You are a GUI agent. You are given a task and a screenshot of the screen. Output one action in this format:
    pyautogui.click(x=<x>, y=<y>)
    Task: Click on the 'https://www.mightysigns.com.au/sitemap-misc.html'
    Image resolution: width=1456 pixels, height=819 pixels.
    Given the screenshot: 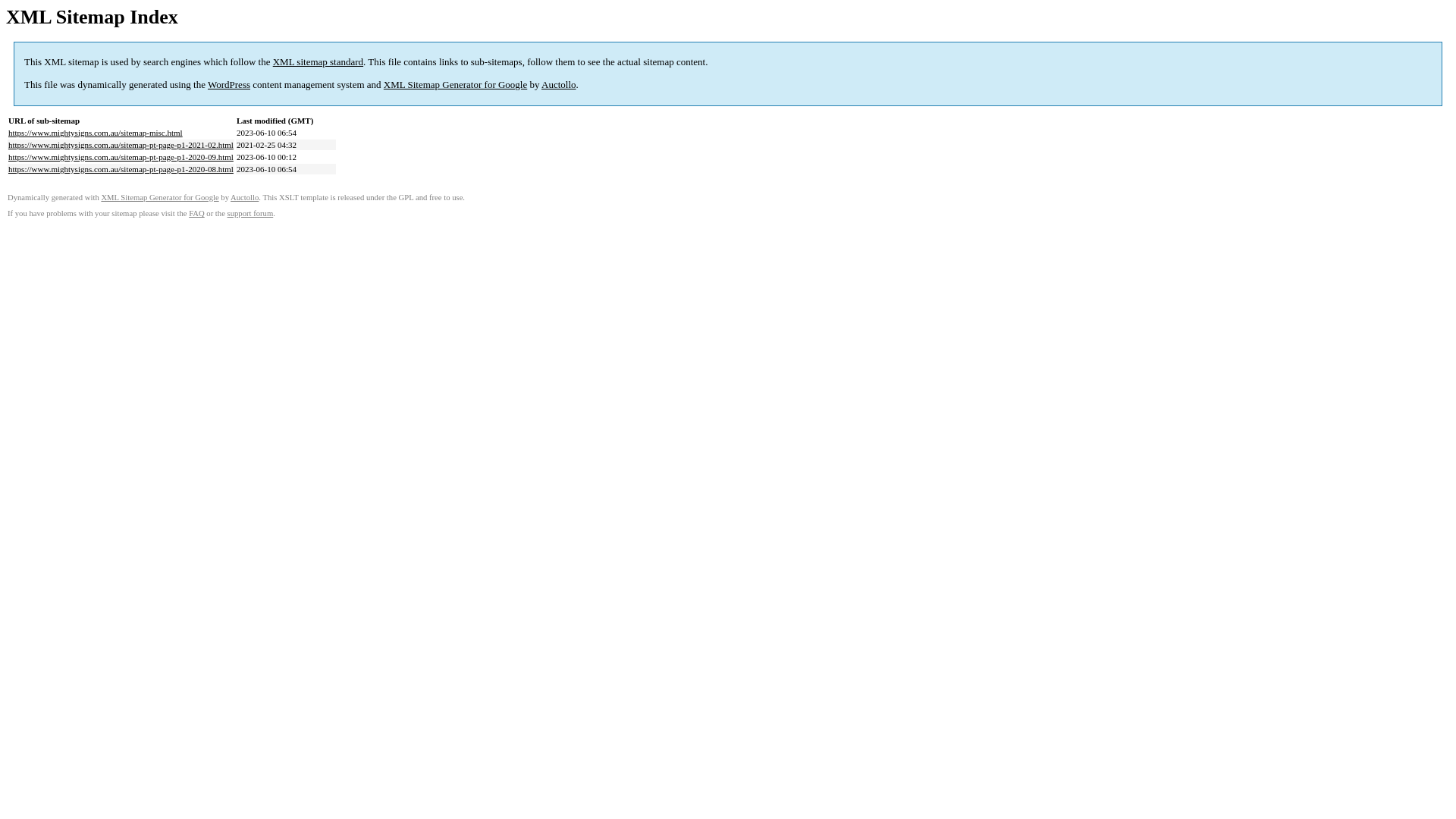 What is the action you would take?
    pyautogui.click(x=94, y=131)
    